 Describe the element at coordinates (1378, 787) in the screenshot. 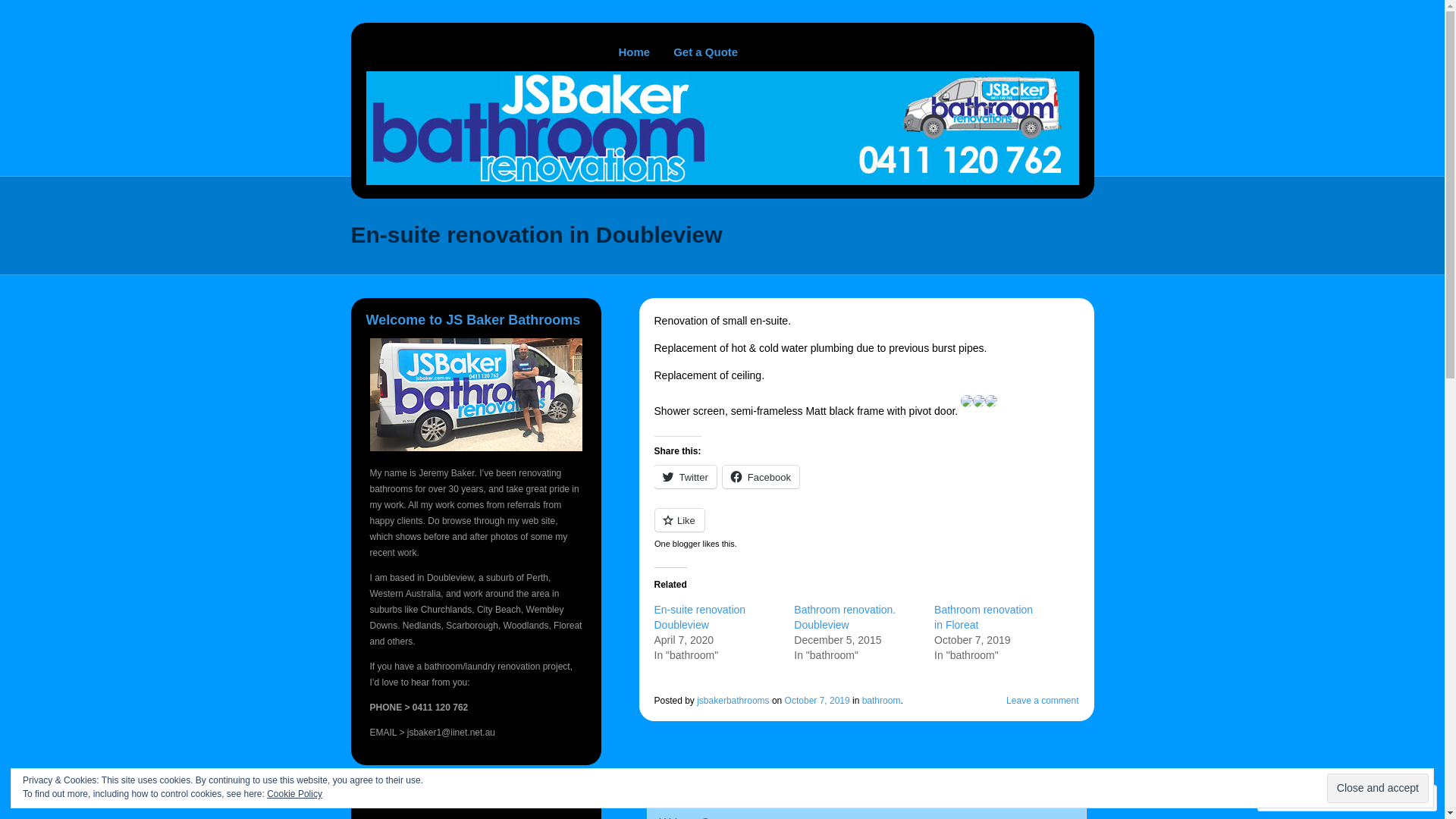

I see `'Close and accept'` at that location.